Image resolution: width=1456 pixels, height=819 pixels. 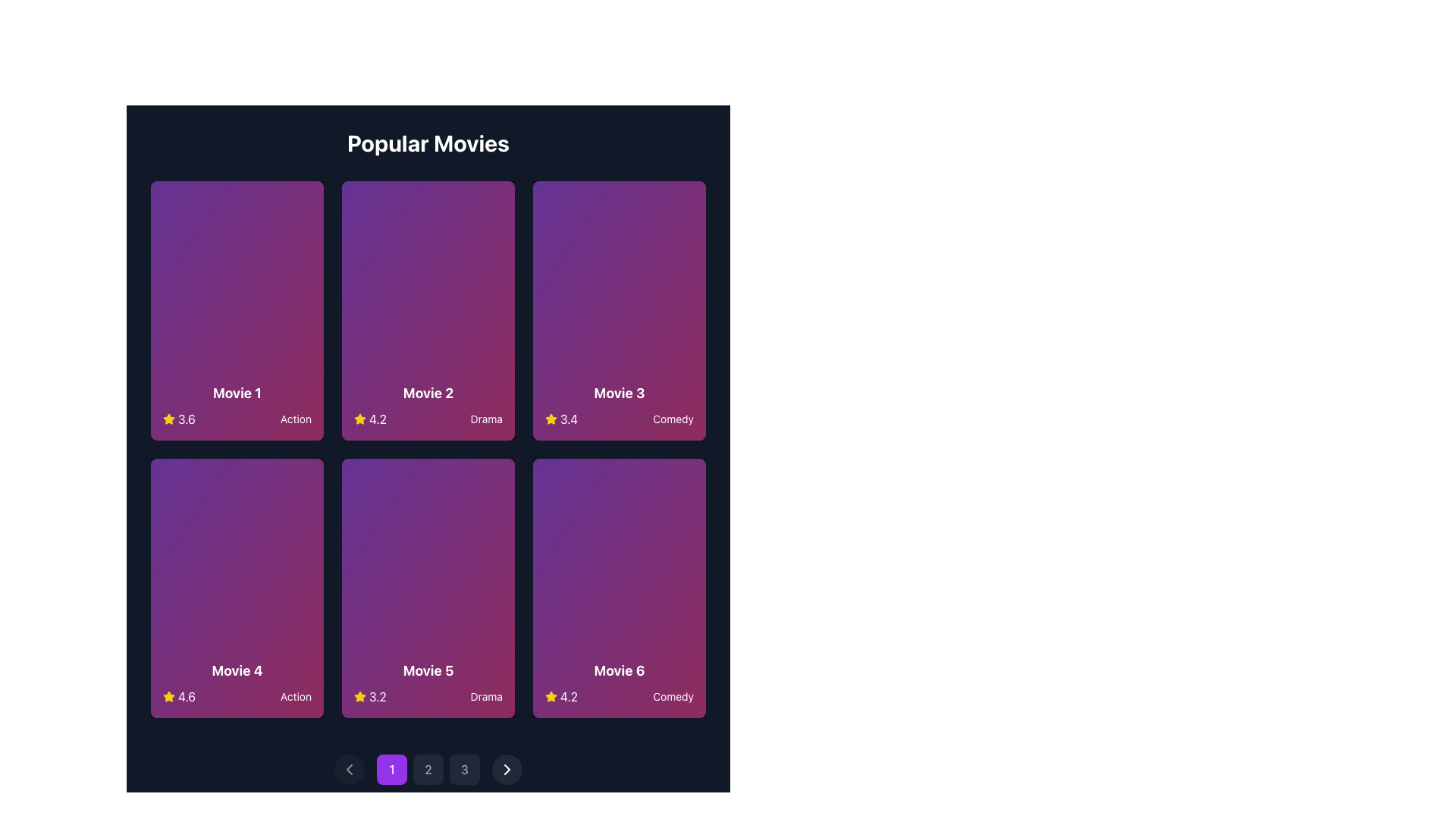 I want to click on the static text label that reads 'Drama', which is located at the bottom-right of the 'Movie 5' card, next to a yellow star icon, so click(x=486, y=696).